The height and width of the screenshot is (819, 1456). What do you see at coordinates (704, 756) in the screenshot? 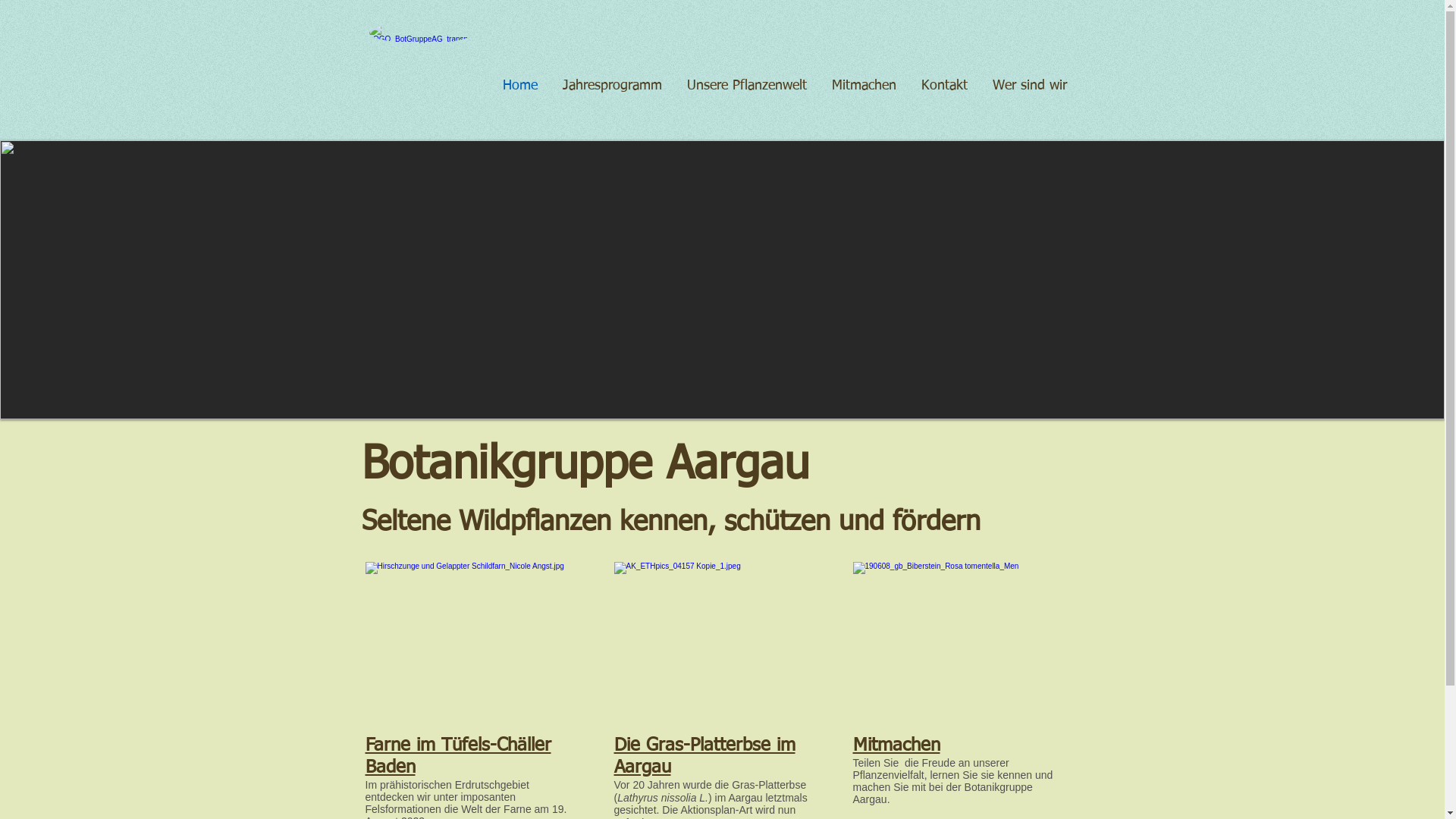
I see `'Die Gras-Platterbse im Aargau'` at bounding box center [704, 756].